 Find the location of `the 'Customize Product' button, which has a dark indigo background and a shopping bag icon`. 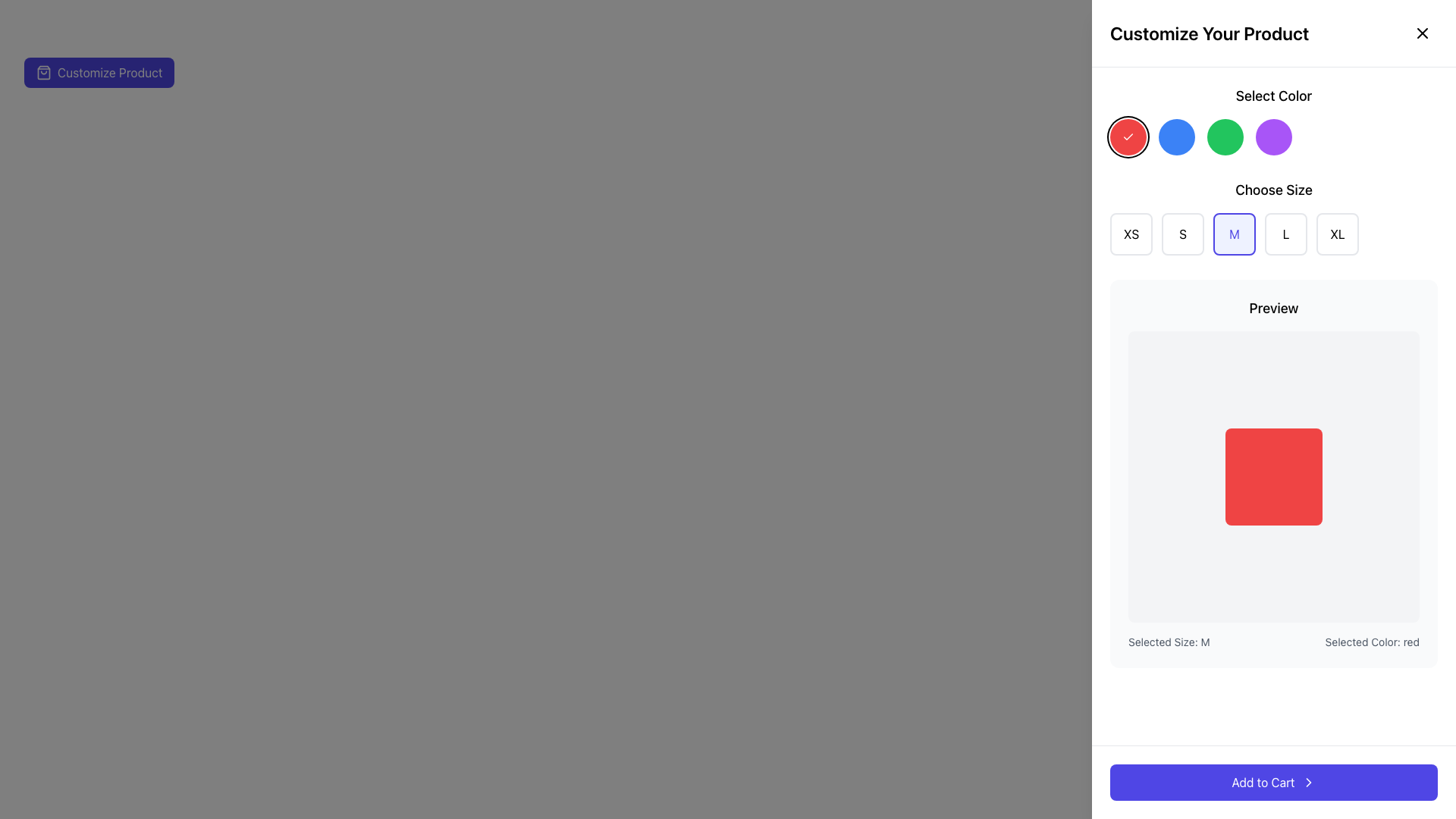

the 'Customize Product' button, which has a dark indigo background and a shopping bag icon is located at coordinates (99, 73).